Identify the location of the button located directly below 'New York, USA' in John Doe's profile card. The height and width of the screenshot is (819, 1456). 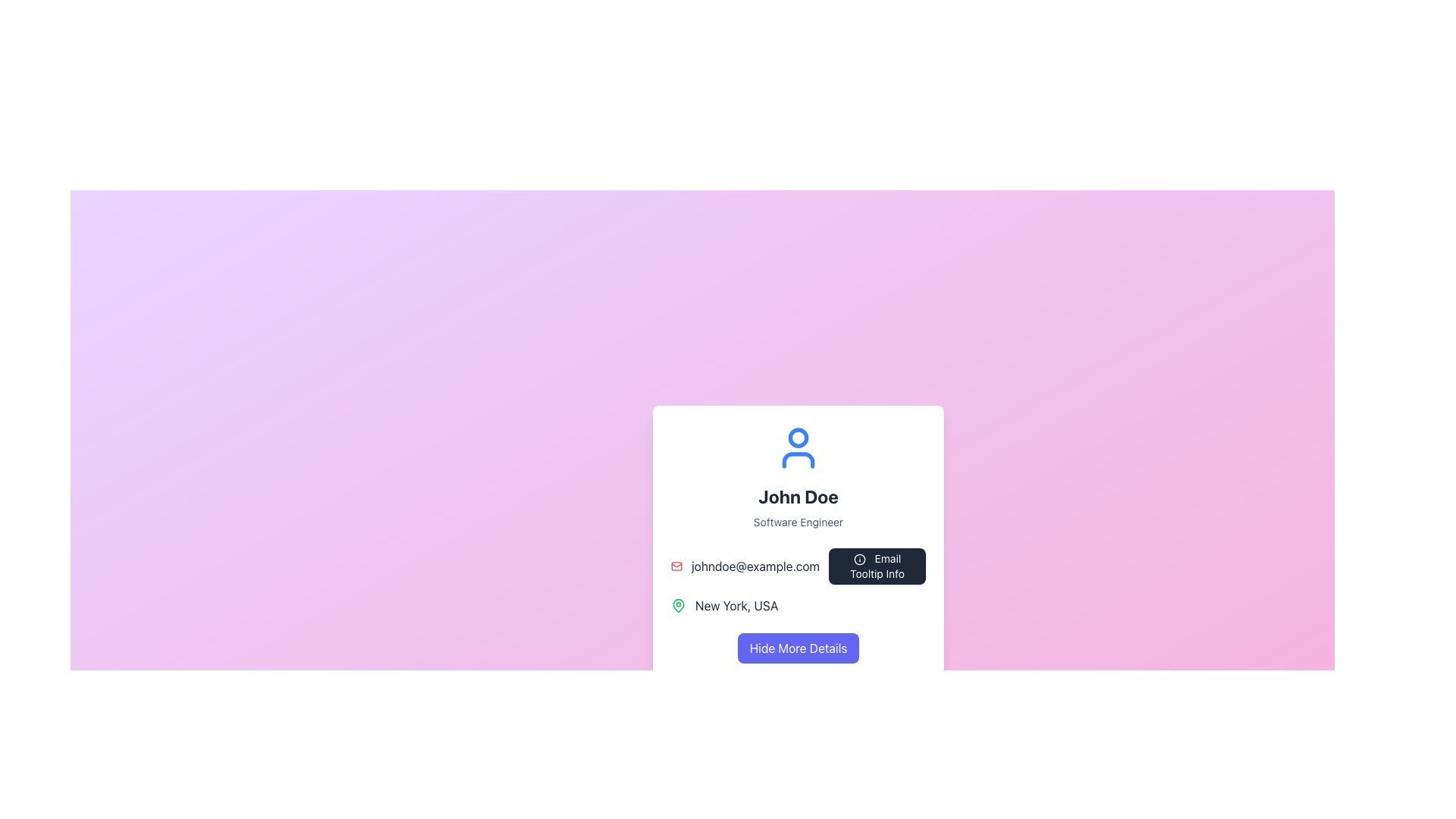
(797, 648).